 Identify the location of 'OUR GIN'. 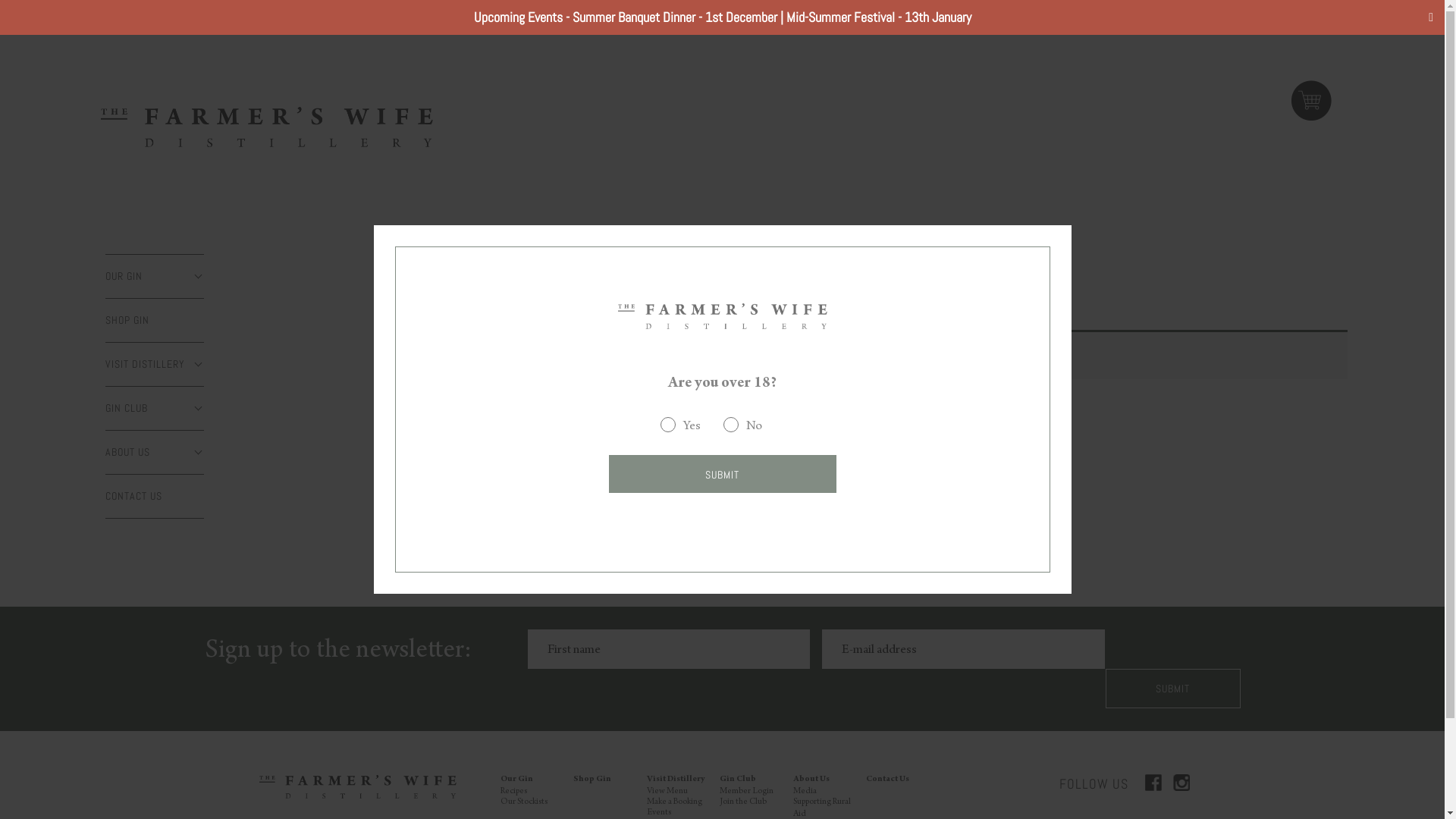
(155, 276).